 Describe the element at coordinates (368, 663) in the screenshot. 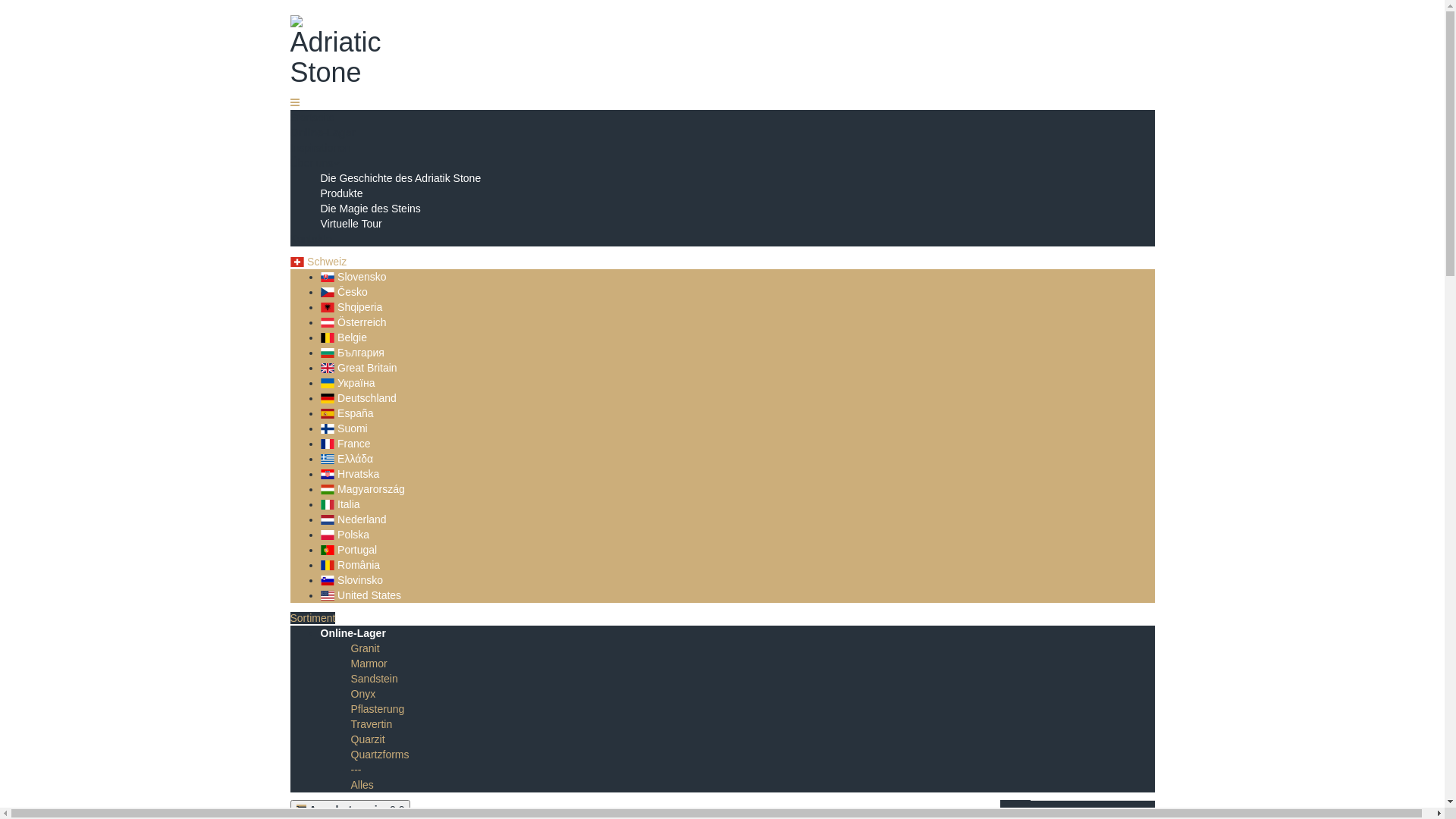

I see `'Marmor'` at that location.